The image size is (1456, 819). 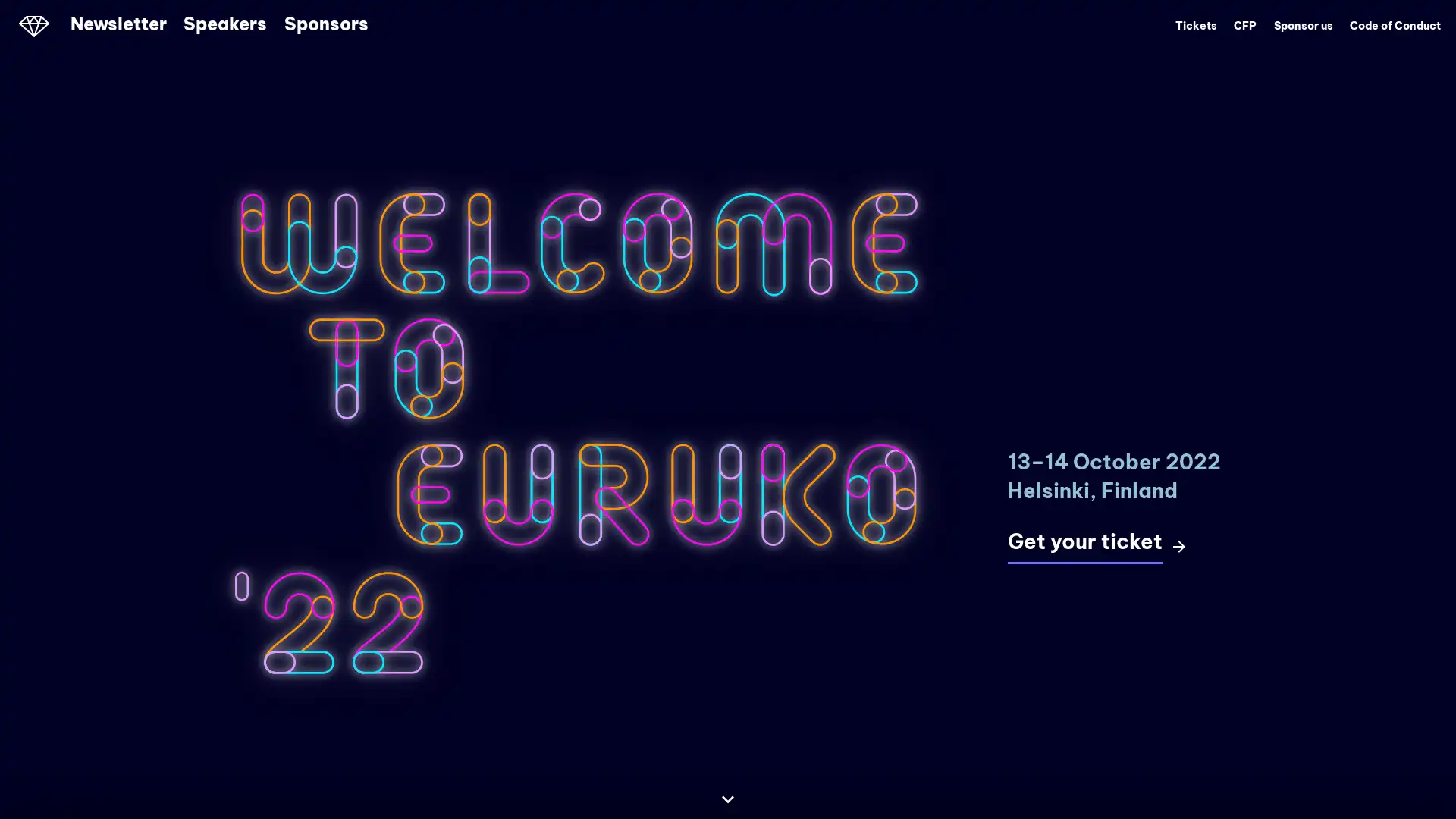 What do you see at coordinates (728, 798) in the screenshot?
I see `Continue` at bounding box center [728, 798].